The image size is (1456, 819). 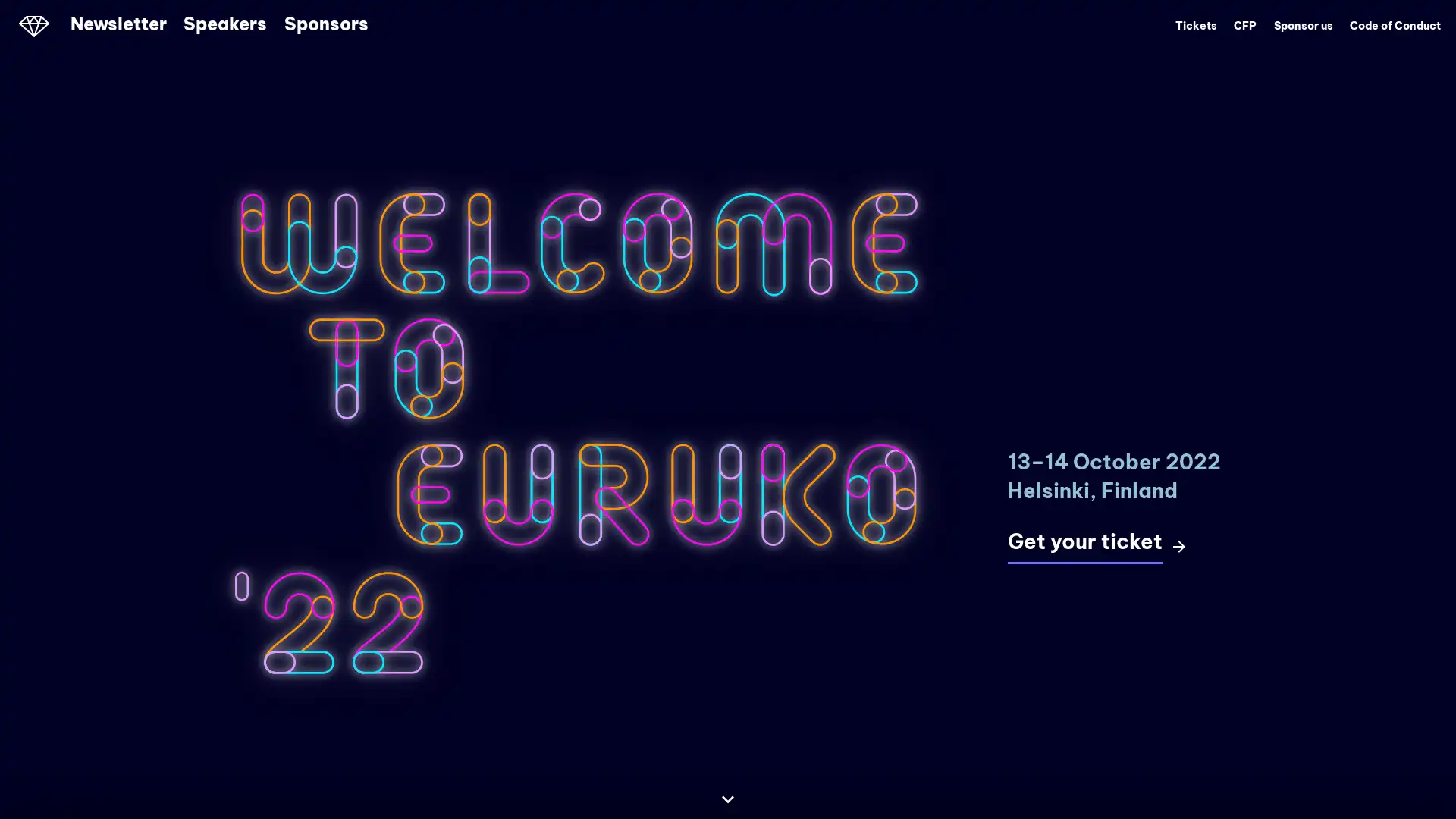 What do you see at coordinates (728, 798) in the screenshot?
I see `Continue` at bounding box center [728, 798].